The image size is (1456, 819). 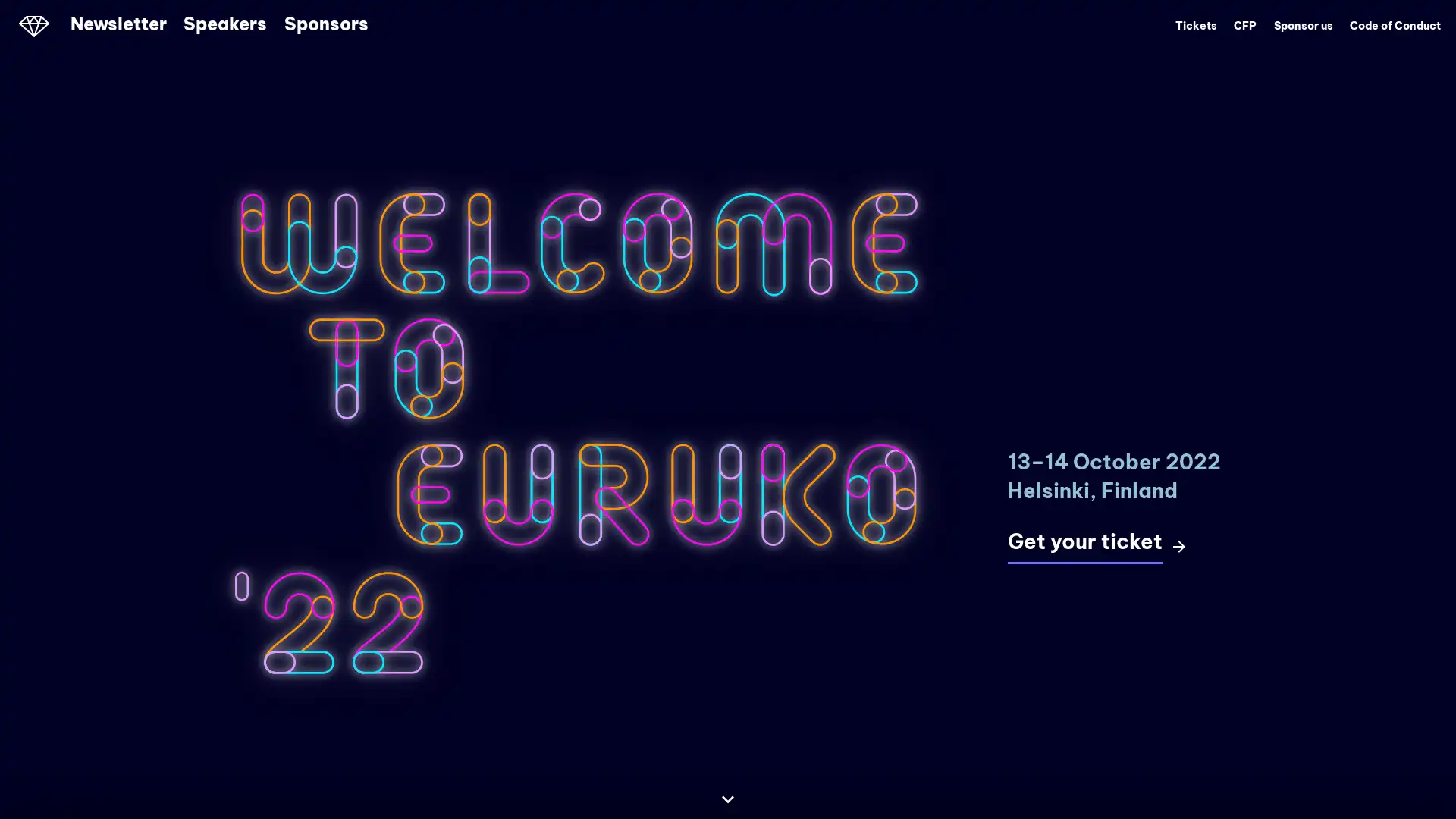 What do you see at coordinates (728, 798) in the screenshot?
I see `Continue` at bounding box center [728, 798].